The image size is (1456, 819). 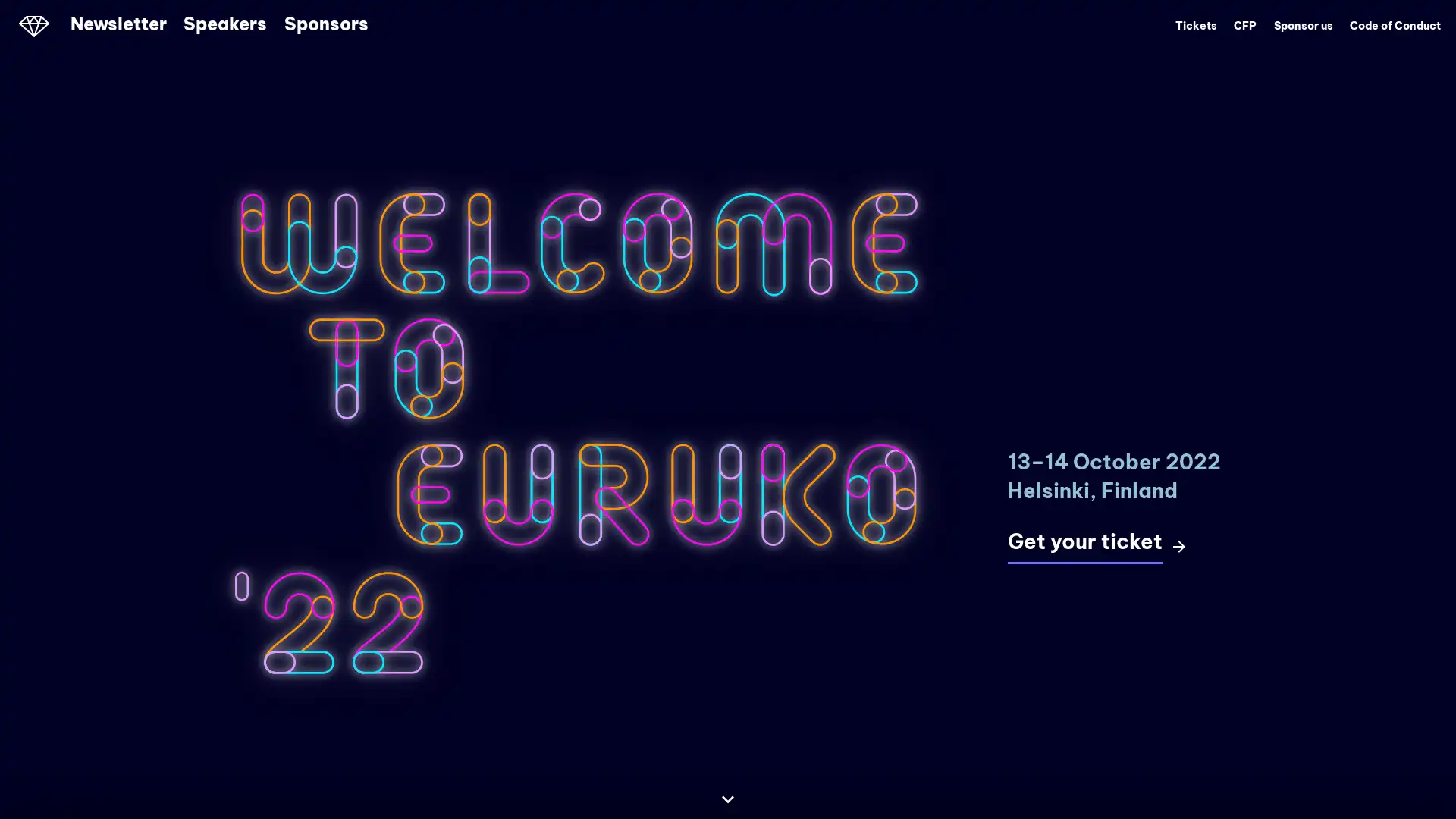 What do you see at coordinates (728, 798) in the screenshot?
I see `Continue` at bounding box center [728, 798].